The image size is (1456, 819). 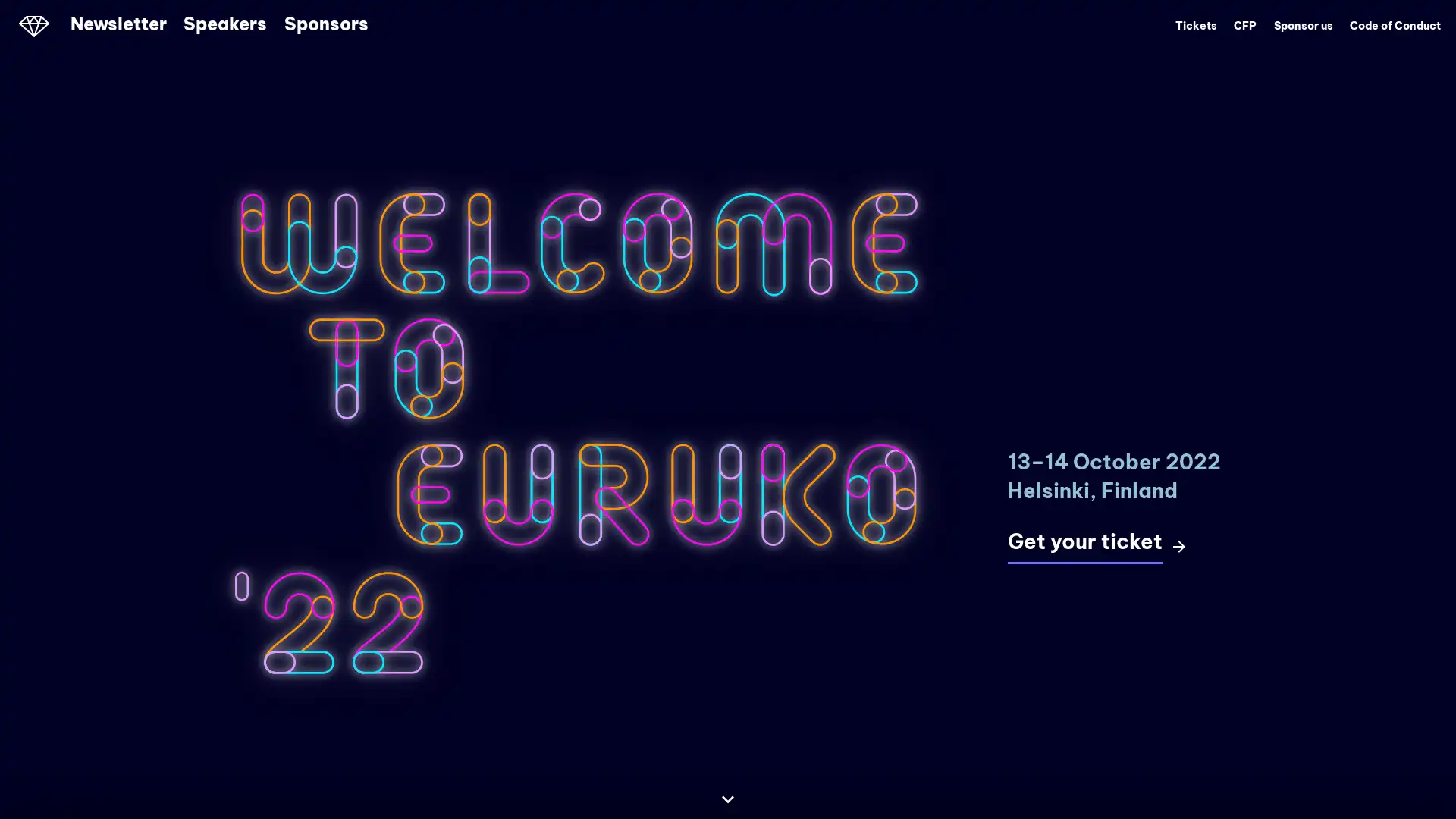 What do you see at coordinates (728, 798) in the screenshot?
I see `Continue` at bounding box center [728, 798].